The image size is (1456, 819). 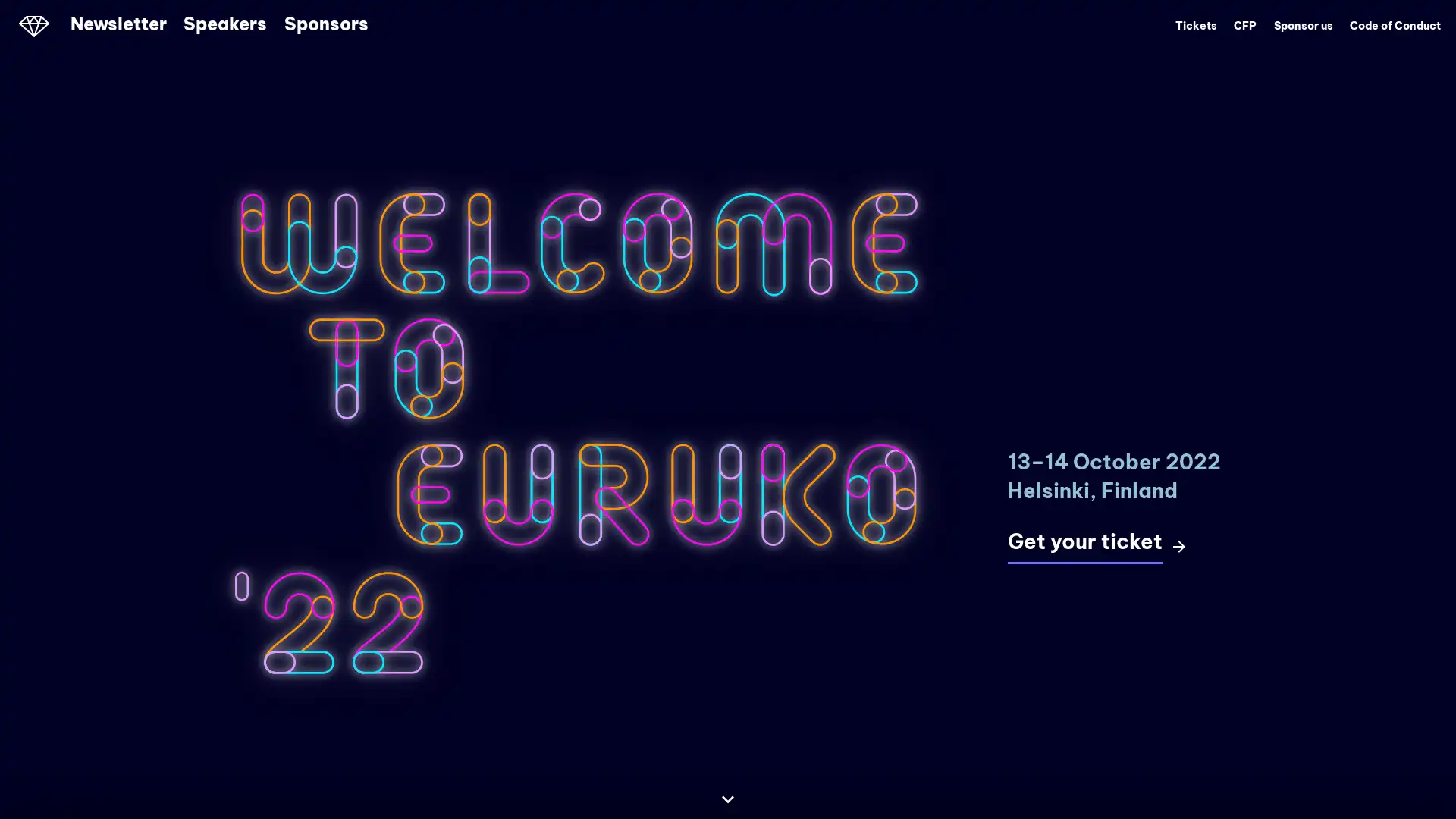 What do you see at coordinates (728, 798) in the screenshot?
I see `Continue` at bounding box center [728, 798].